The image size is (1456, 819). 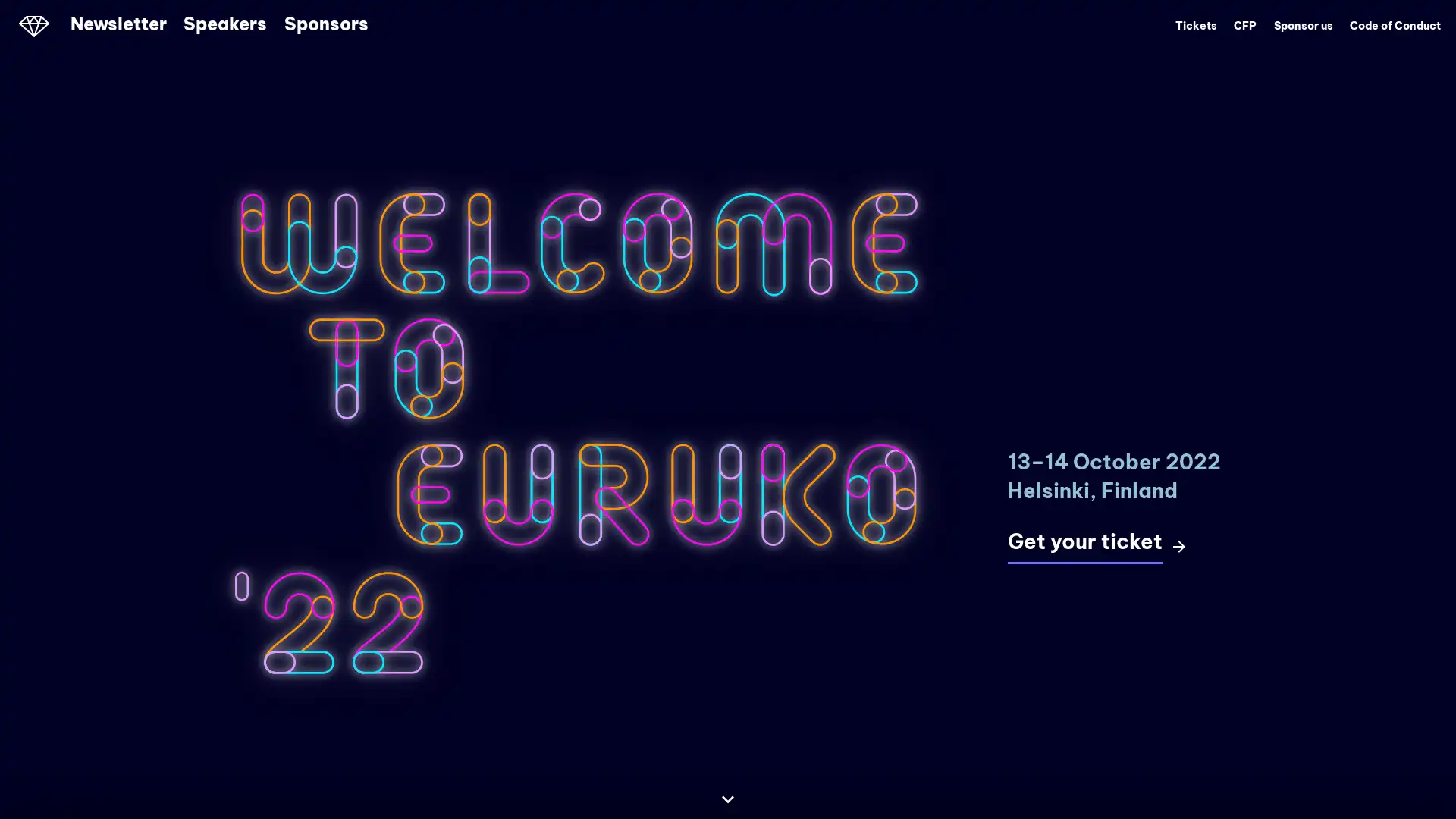 What do you see at coordinates (728, 798) in the screenshot?
I see `Continue` at bounding box center [728, 798].